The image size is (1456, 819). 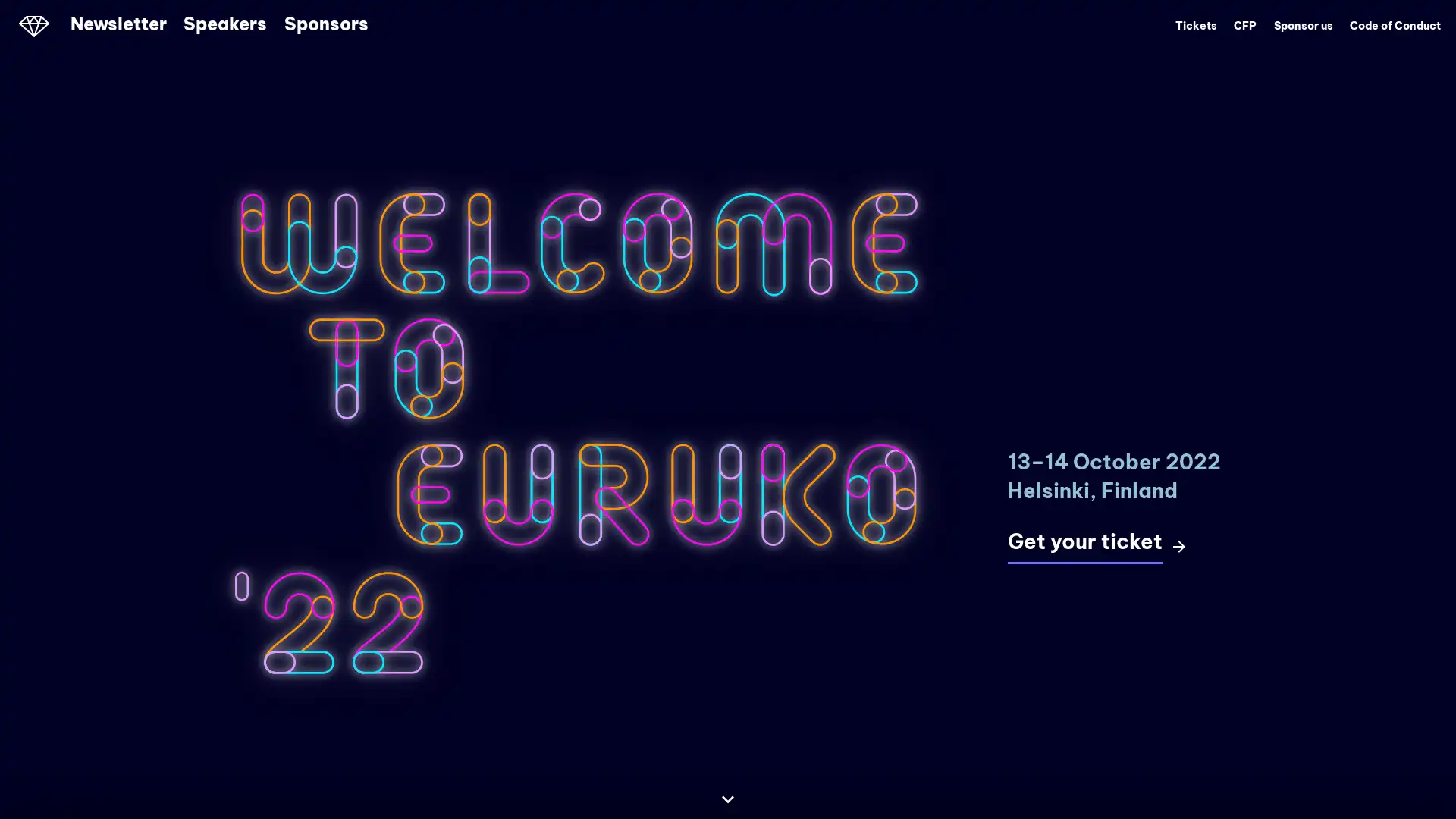 What do you see at coordinates (728, 798) in the screenshot?
I see `Continue` at bounding box center [728, 798].